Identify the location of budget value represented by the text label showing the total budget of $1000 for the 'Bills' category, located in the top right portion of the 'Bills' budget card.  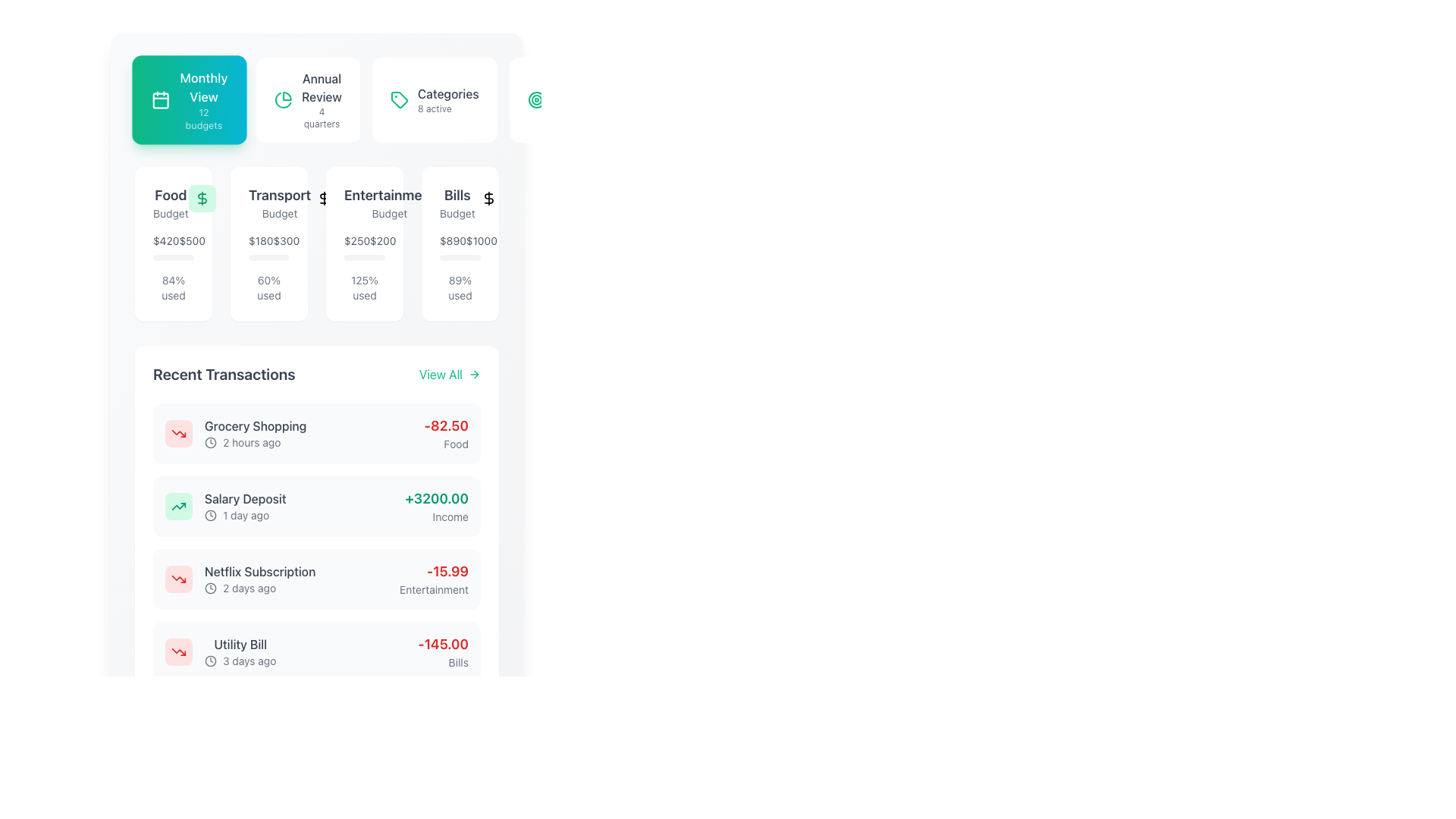
(481, 240).